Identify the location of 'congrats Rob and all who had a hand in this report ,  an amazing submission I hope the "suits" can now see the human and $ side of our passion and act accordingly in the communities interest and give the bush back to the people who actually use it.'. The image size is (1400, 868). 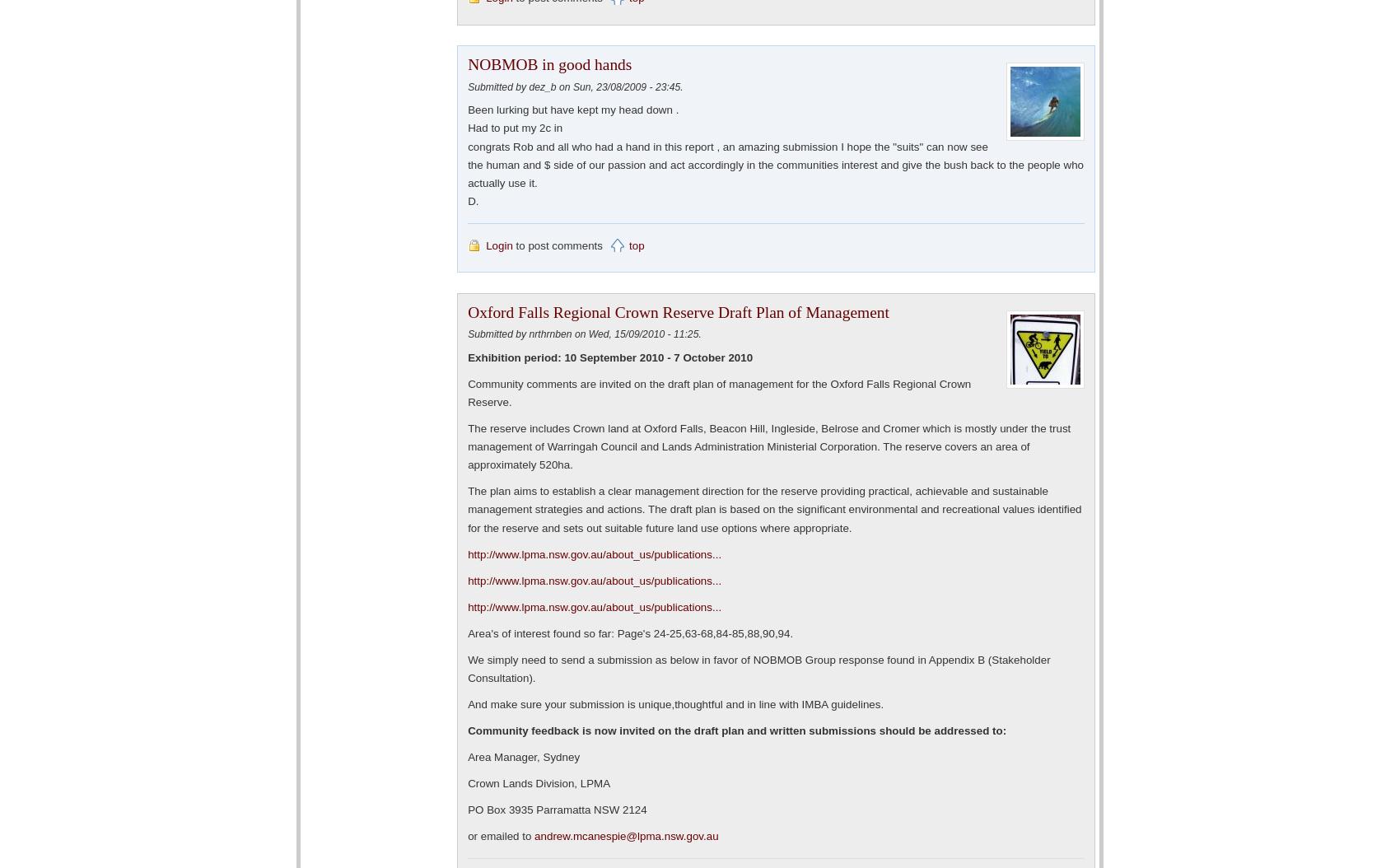
(775, 163).